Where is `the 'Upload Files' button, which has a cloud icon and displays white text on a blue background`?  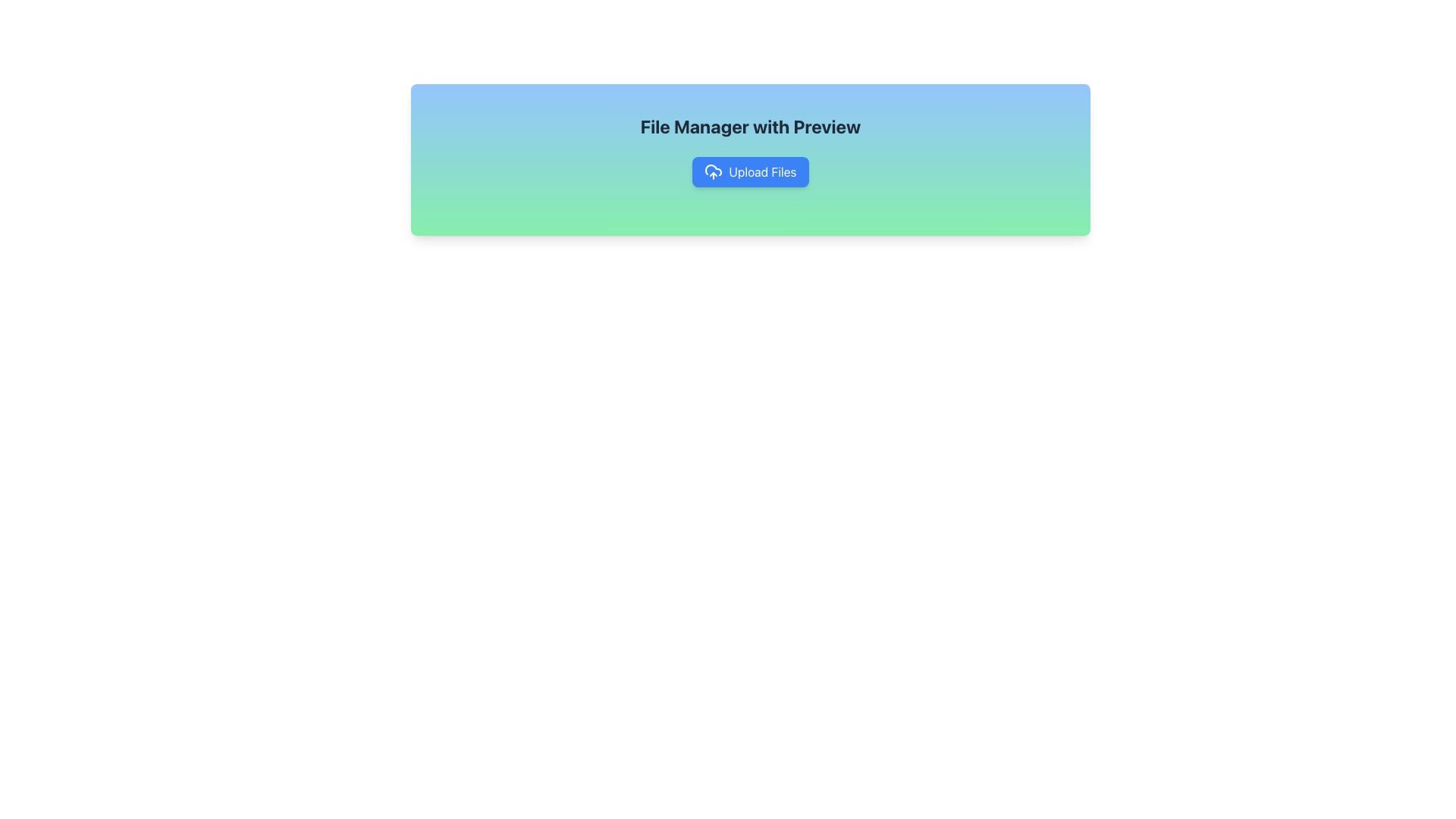
the 'Upload Files' button, which has a cloud icon and displays white text on a blue background is located at coordinates (750, 171).